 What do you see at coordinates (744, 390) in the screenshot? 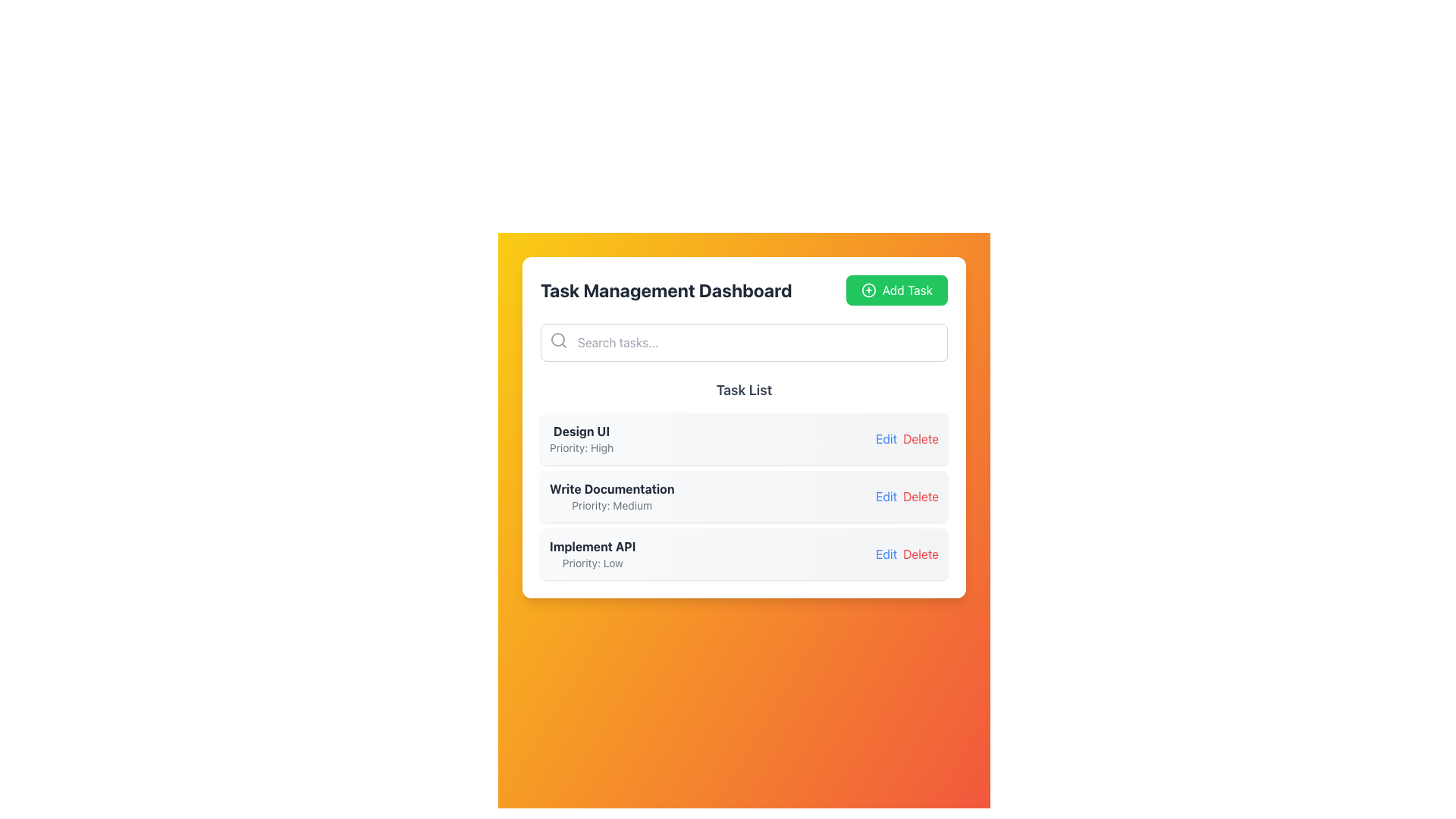
I see `the section header label that denotes the beginning of the task list, positioned below the search bar and above the task items` at bounding box center [744, 390].